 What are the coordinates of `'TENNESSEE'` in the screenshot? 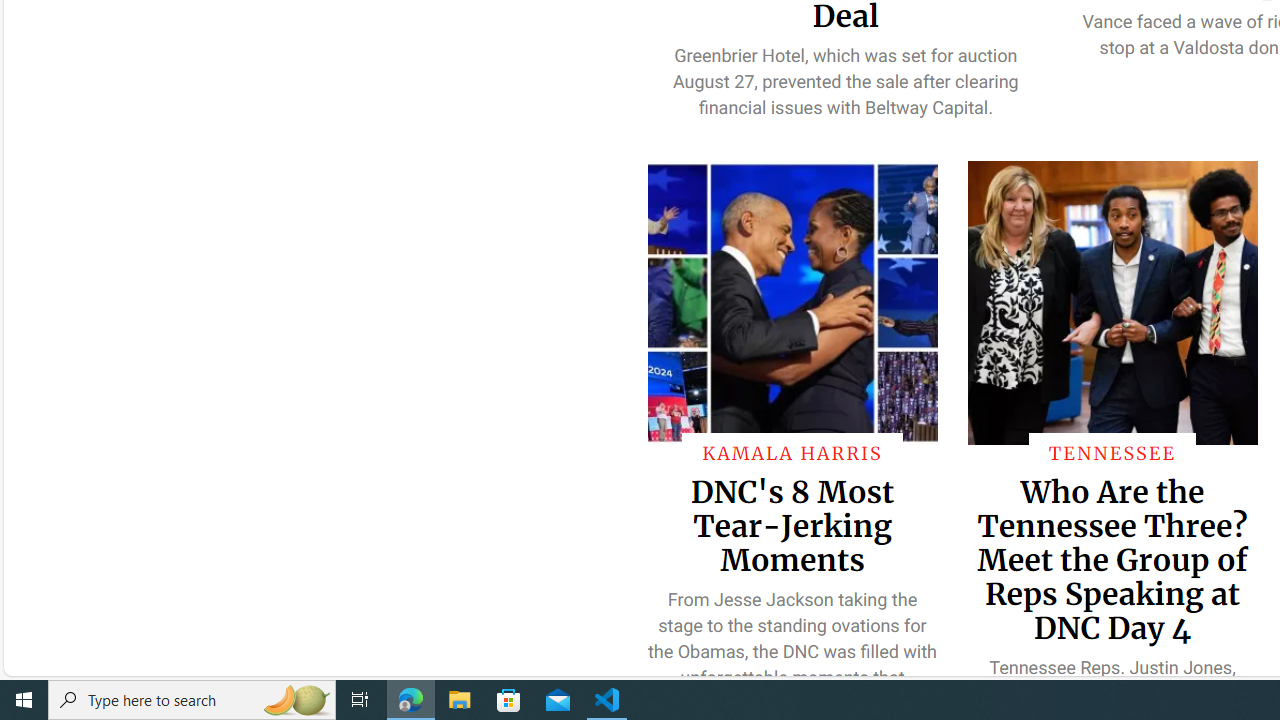 It's located at (1111, 452).